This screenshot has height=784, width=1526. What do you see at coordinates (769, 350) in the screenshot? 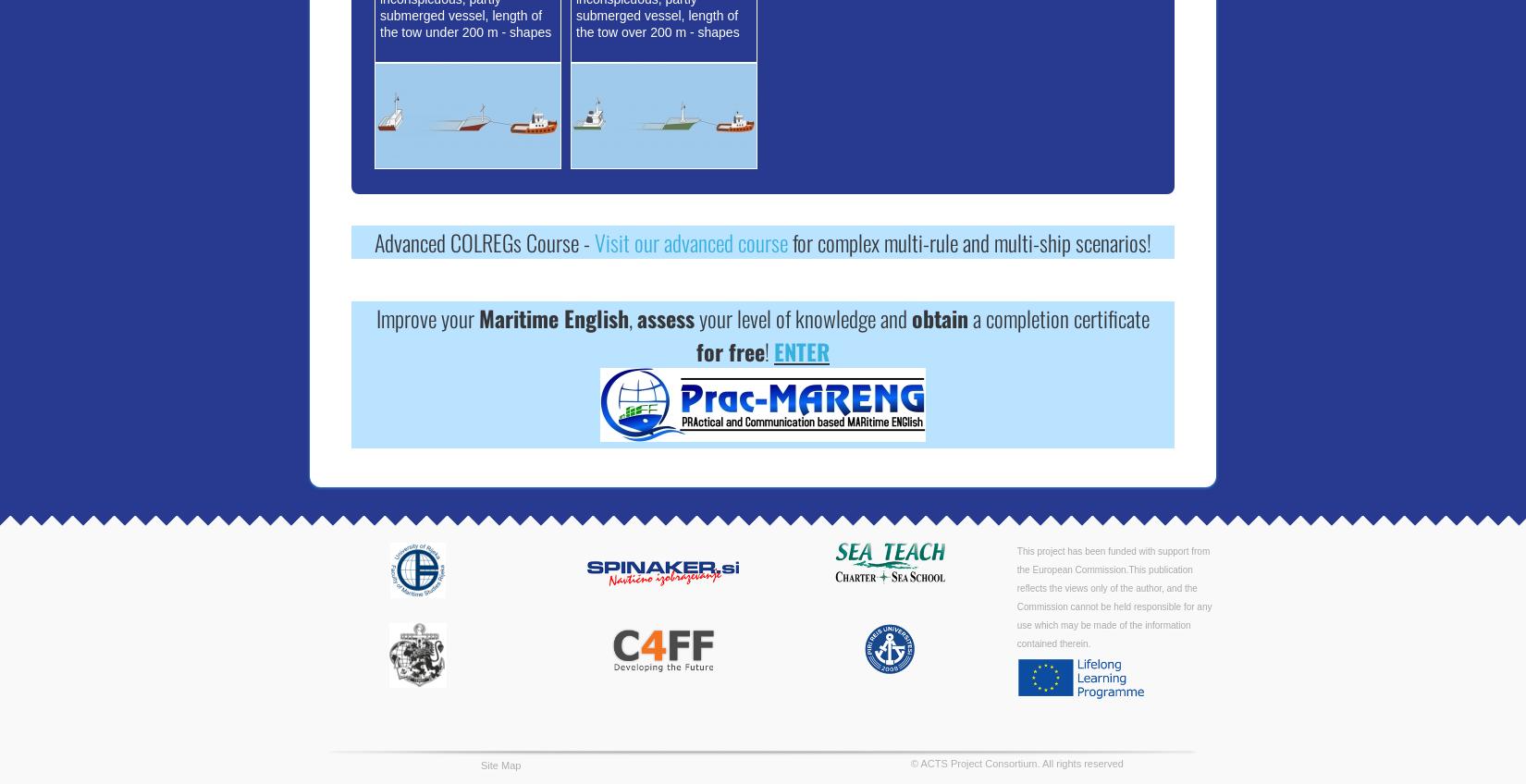
I see `'!'` at bounding box center [769, 350].